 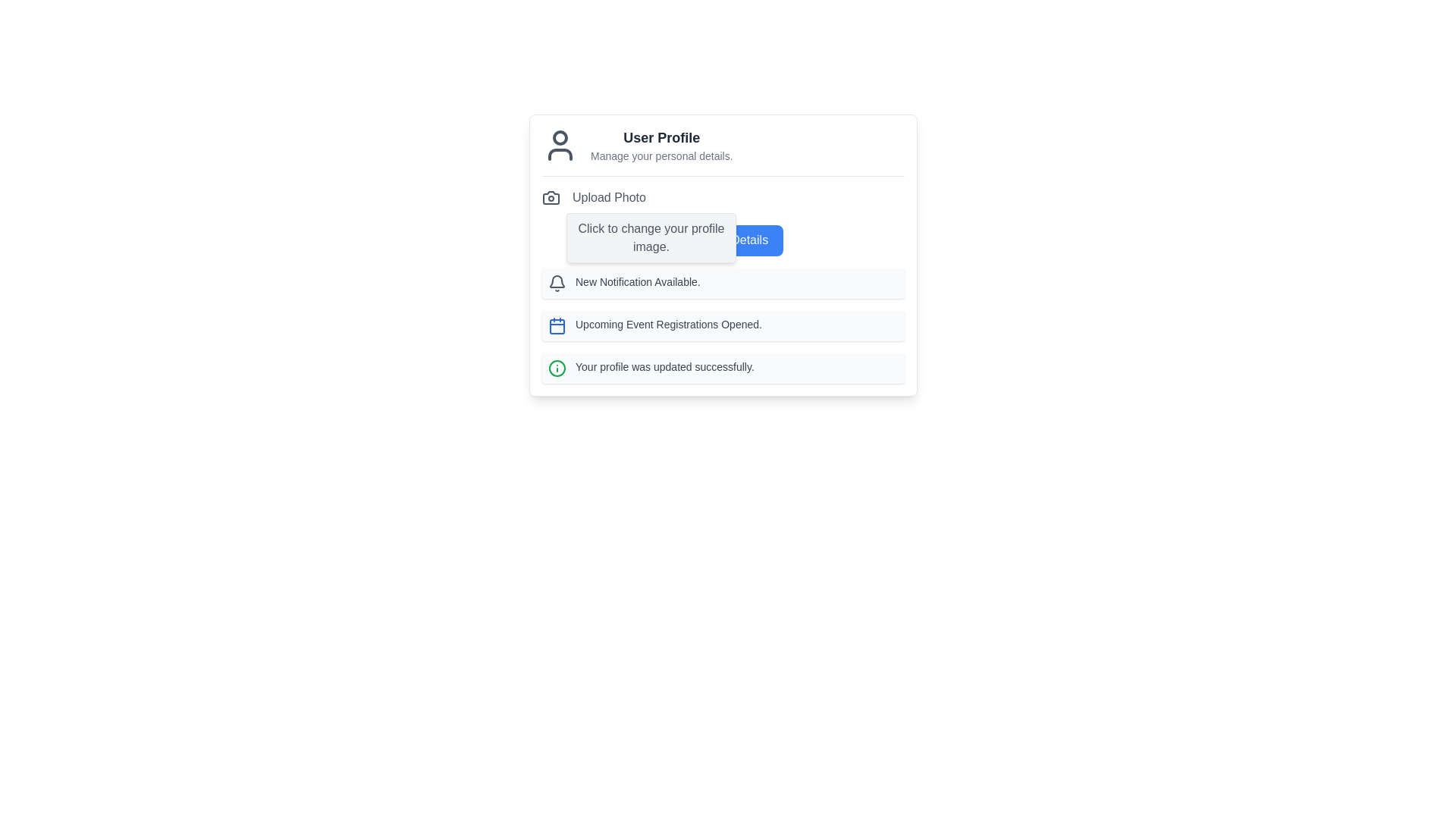 What do you see at coordinates (556, 325) in the screenshot?
I see `the small square icon with rounded corners, styled with a blue outline, located within the larger calendar icon next to the text 'Upcoming Event Registrations Opened'` at bounding box center [556, 325].